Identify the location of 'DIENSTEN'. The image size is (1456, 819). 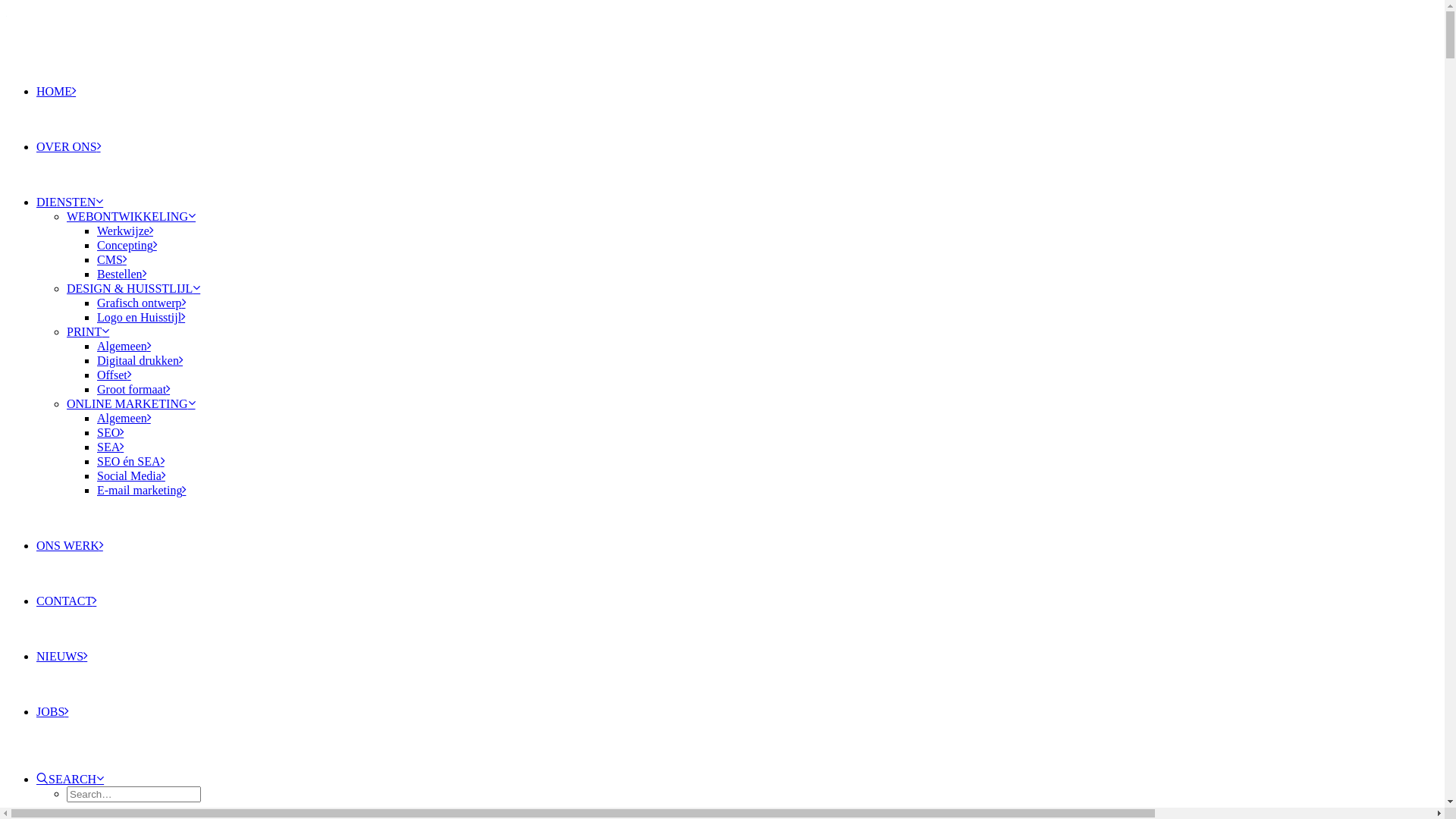
(68, 201).